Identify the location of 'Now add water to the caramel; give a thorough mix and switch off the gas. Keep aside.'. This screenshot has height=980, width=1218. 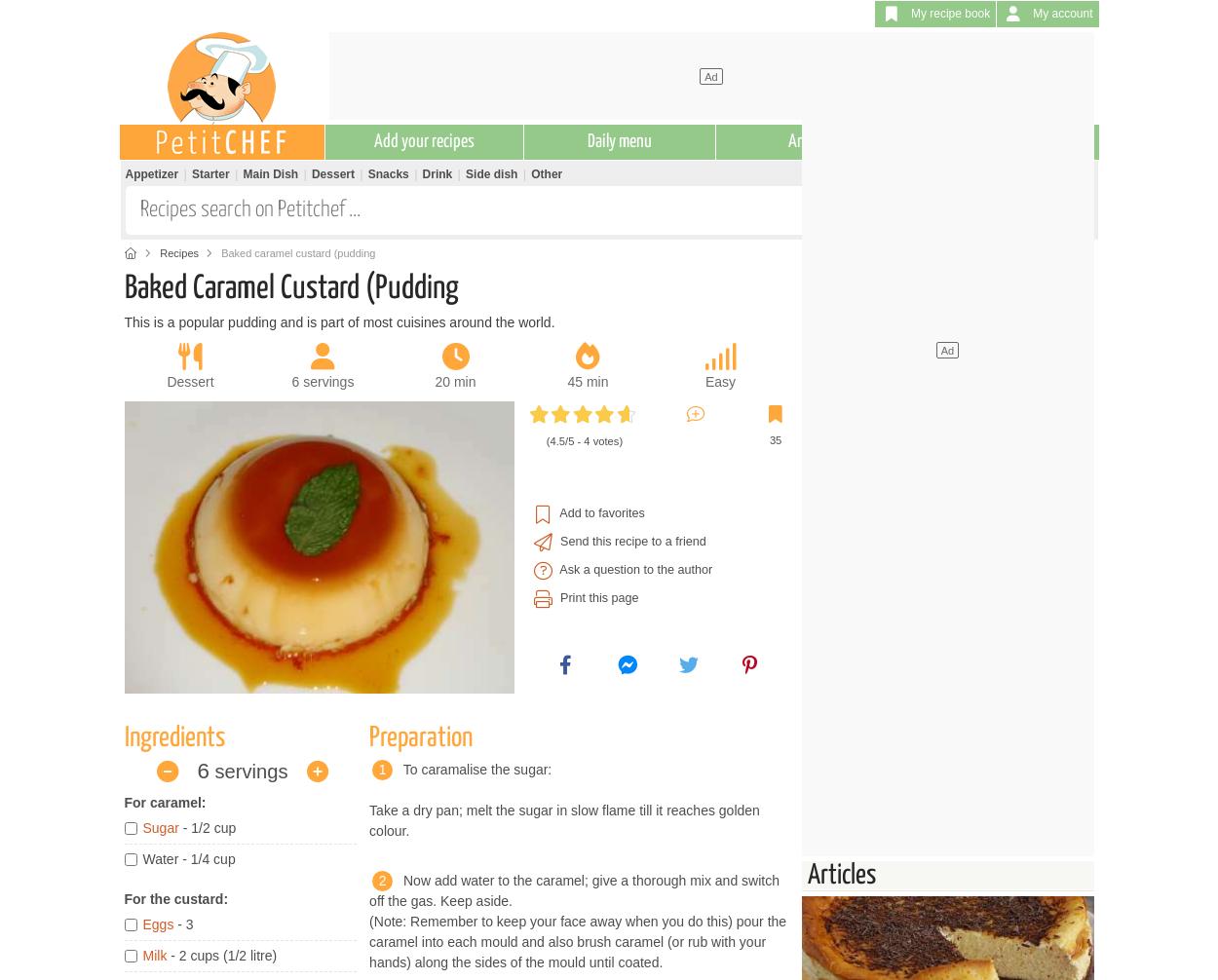
(573, 888).